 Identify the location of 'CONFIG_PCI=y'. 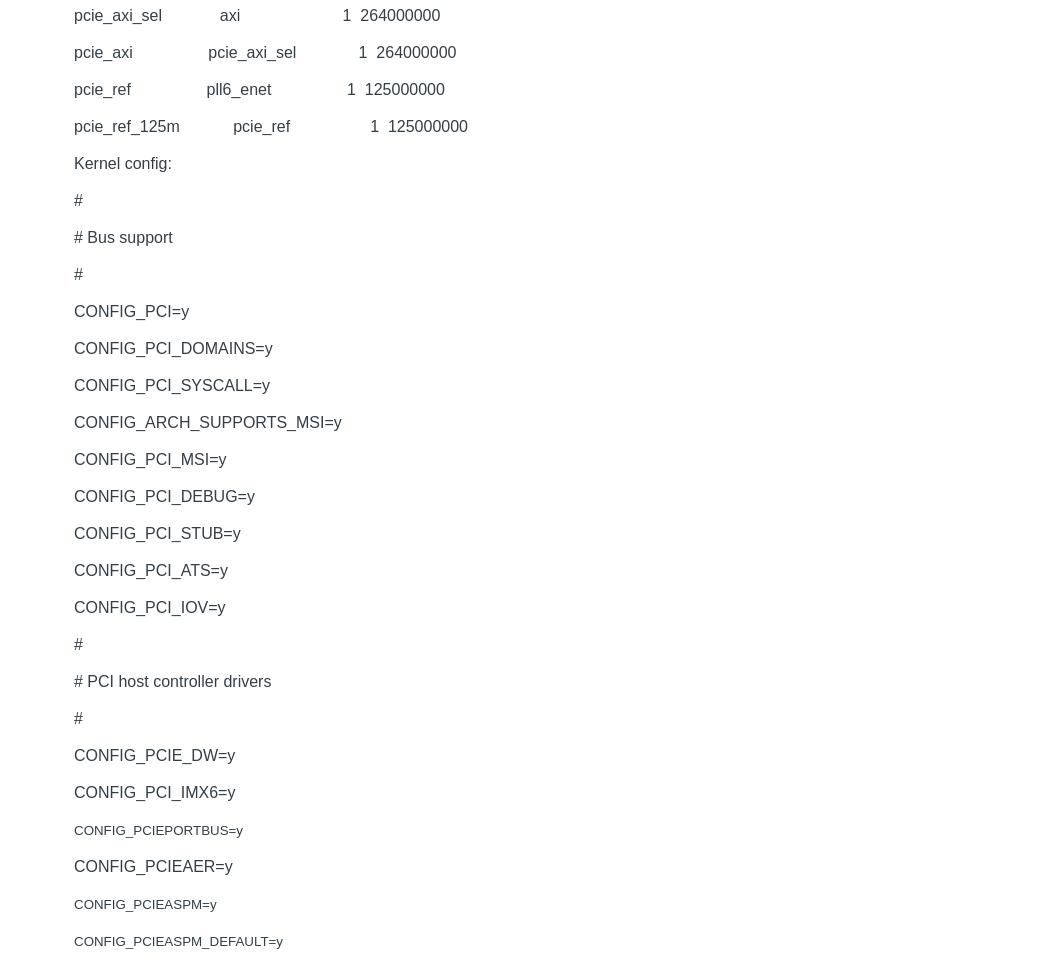
(73, 311).